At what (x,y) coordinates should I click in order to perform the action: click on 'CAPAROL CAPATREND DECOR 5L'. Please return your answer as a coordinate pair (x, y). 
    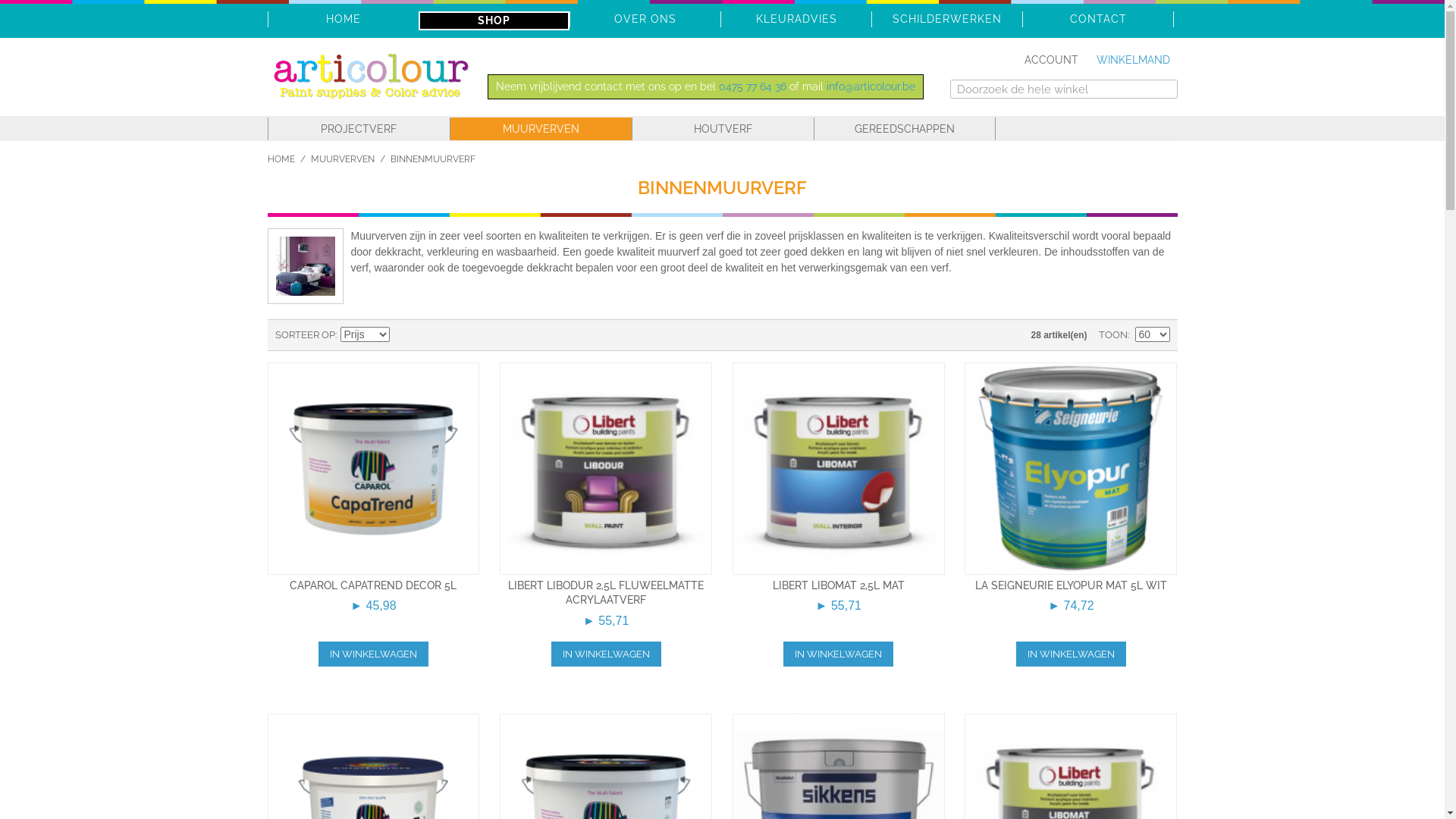
    Looking at the image, I should click on (372, 584).